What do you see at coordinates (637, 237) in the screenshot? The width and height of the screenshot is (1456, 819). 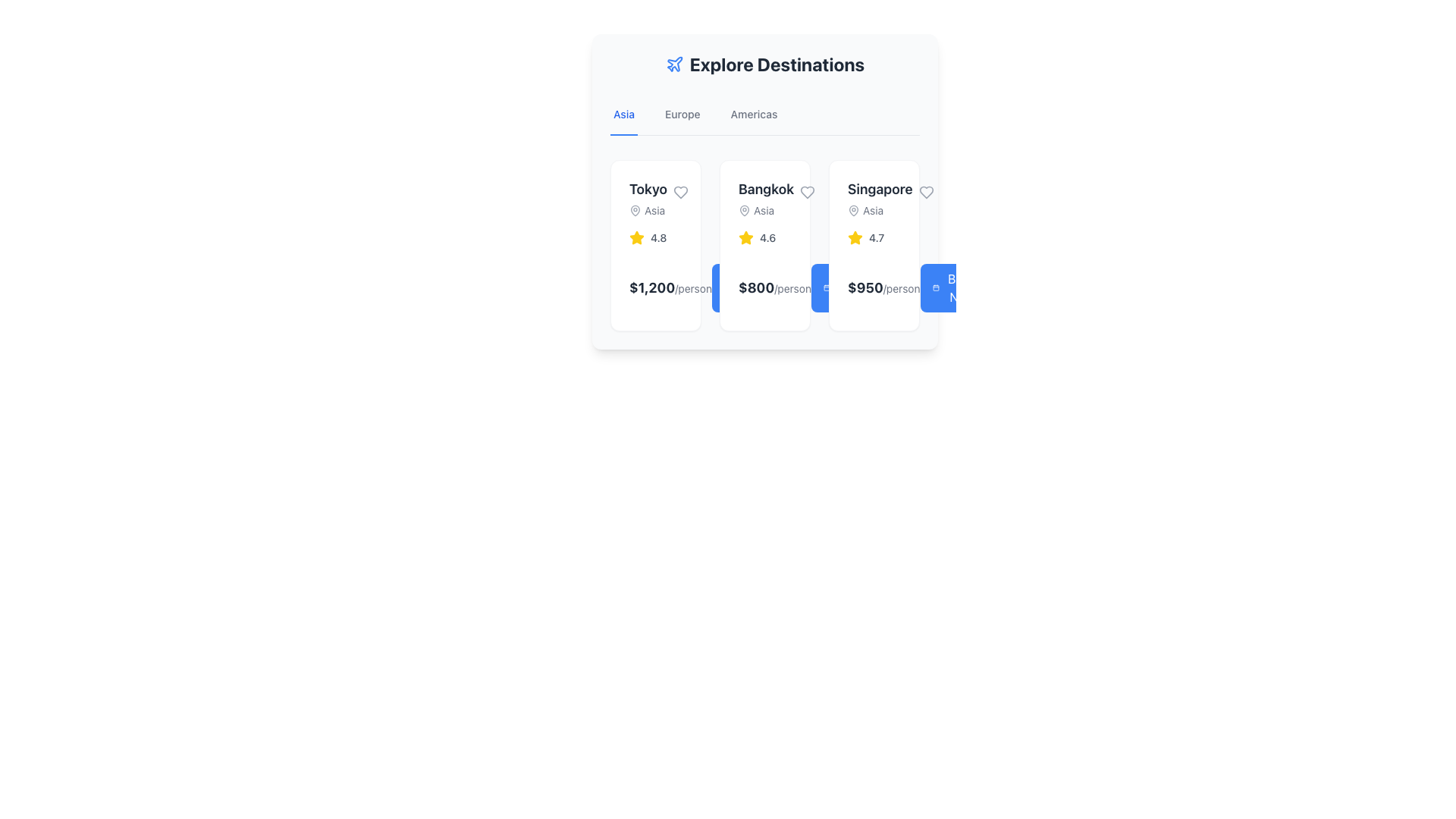 I see `the star symbol icon representing the rating score of '4.8'` at bounding box center [637, 237].